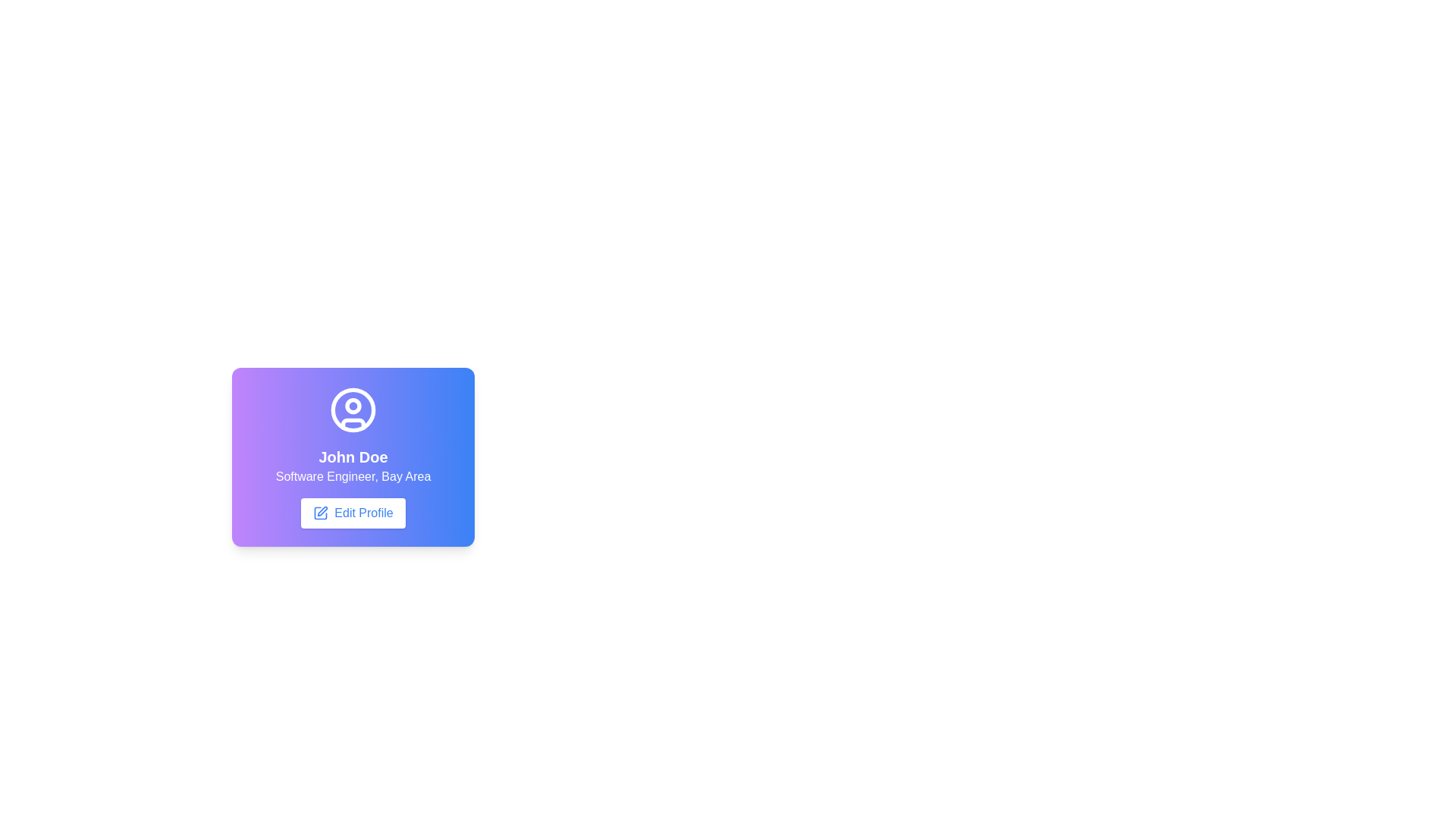 Image resolution: width=1456 pixels, height=819 pixels. Describe the element at coordinates (322, 511) in the screenshot. I see `the non-interactive pen icon within the 'Edit Profile' button, which is styled with a blue stroke and located near the left side of the button` at that location.